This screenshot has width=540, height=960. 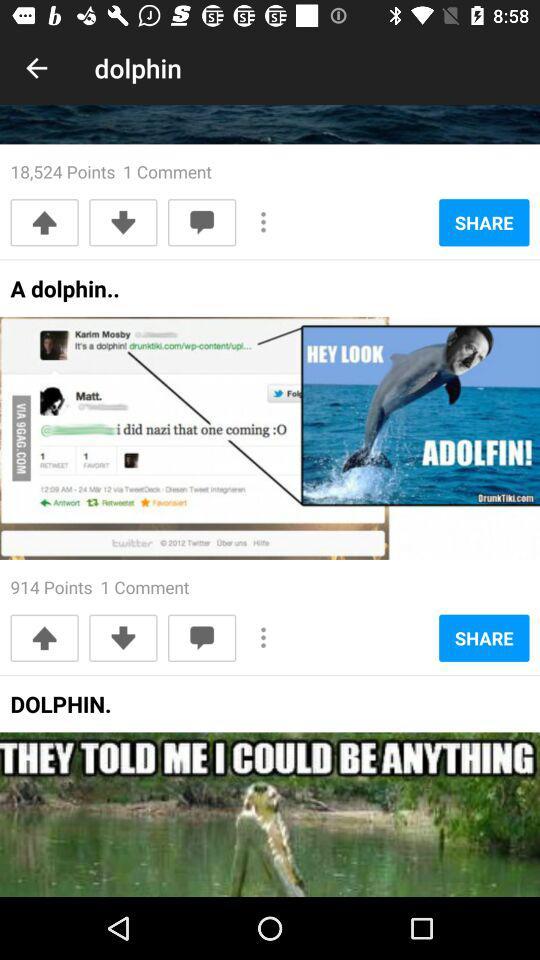 What do you see at coordinates (111, 170) in the screenshot?
I see `the 18 524 points icon` at bounding box center [111, 170].